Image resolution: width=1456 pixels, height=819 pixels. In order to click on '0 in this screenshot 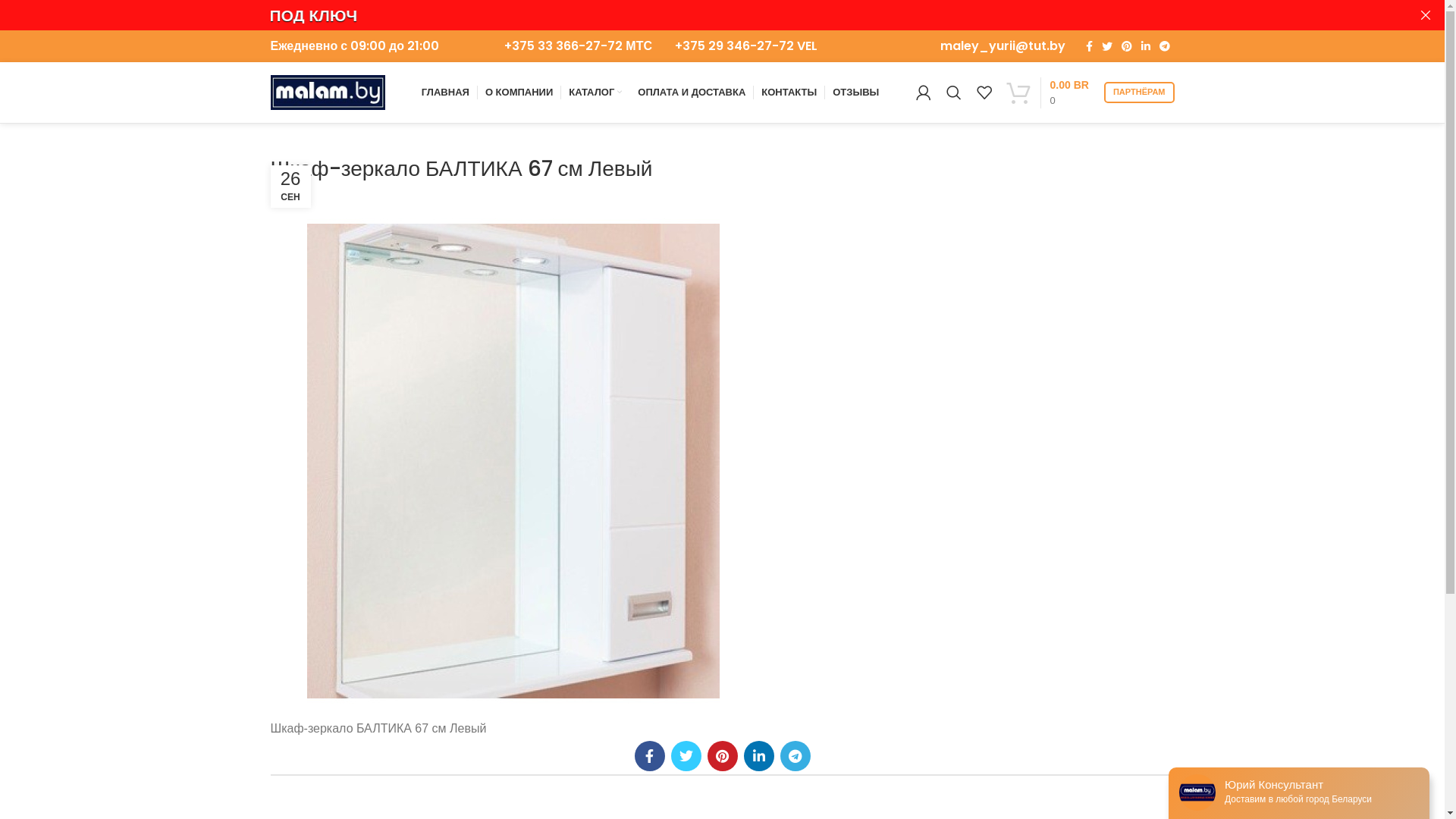, I will do `click(999, 93)`.